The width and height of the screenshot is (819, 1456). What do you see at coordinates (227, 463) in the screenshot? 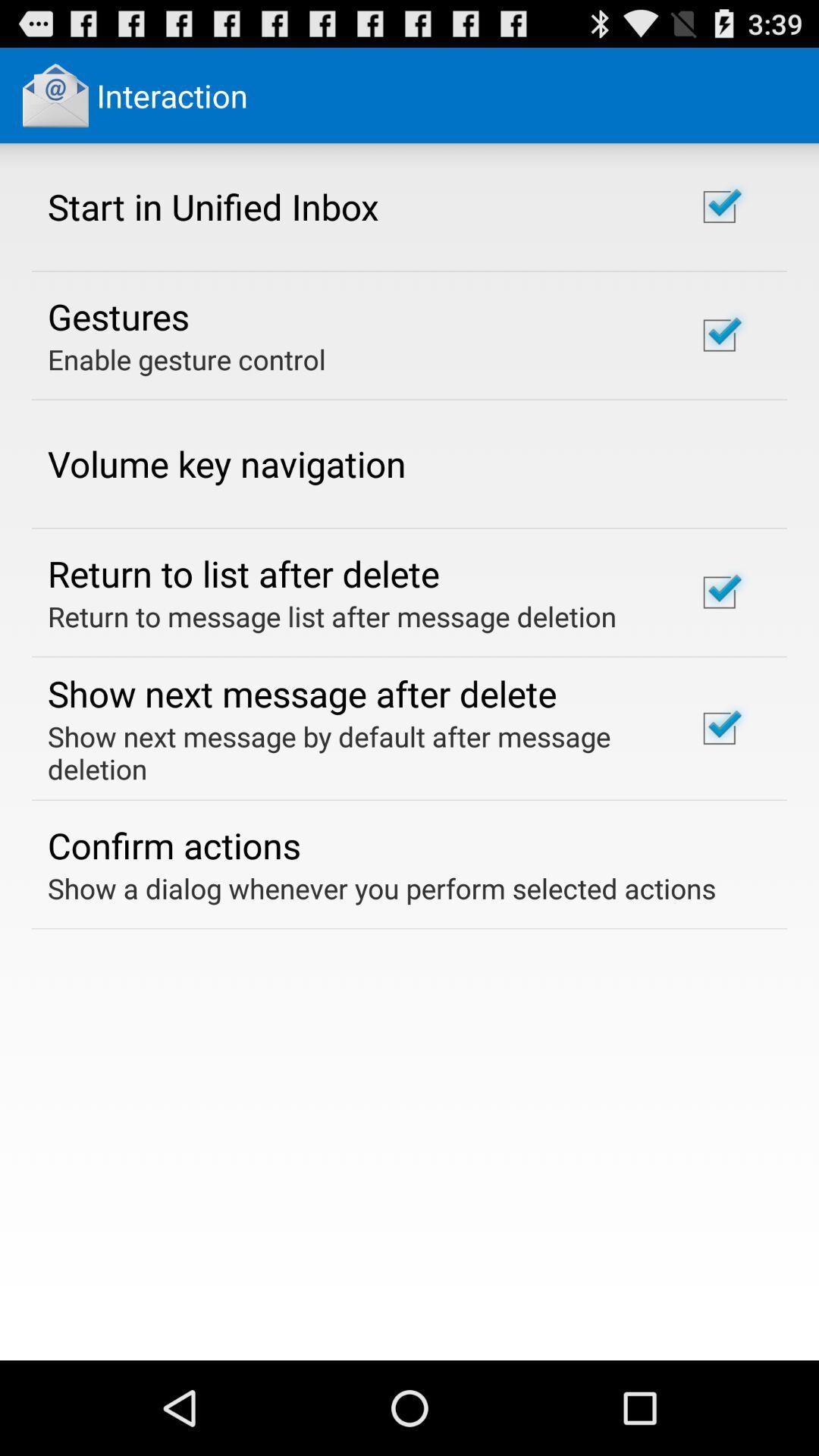
I see `volume key navigation app` at bounding box center [227, 463].